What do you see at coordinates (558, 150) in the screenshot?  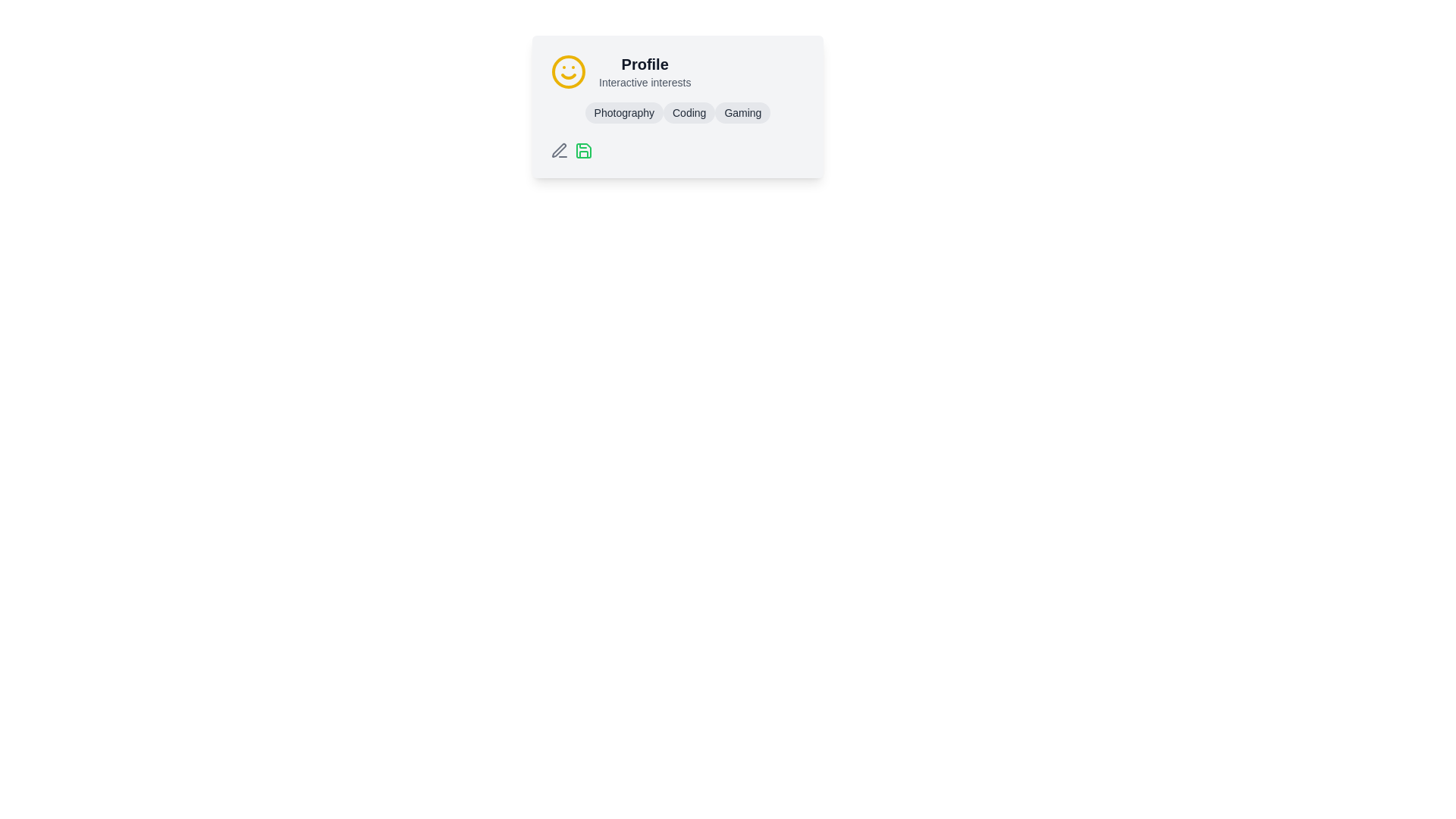 I see `the graphical icon representing a pen or edit functionality located in the bottom-left section of the profile card, under the list of interactive interests` at bounding box center [558, 150].